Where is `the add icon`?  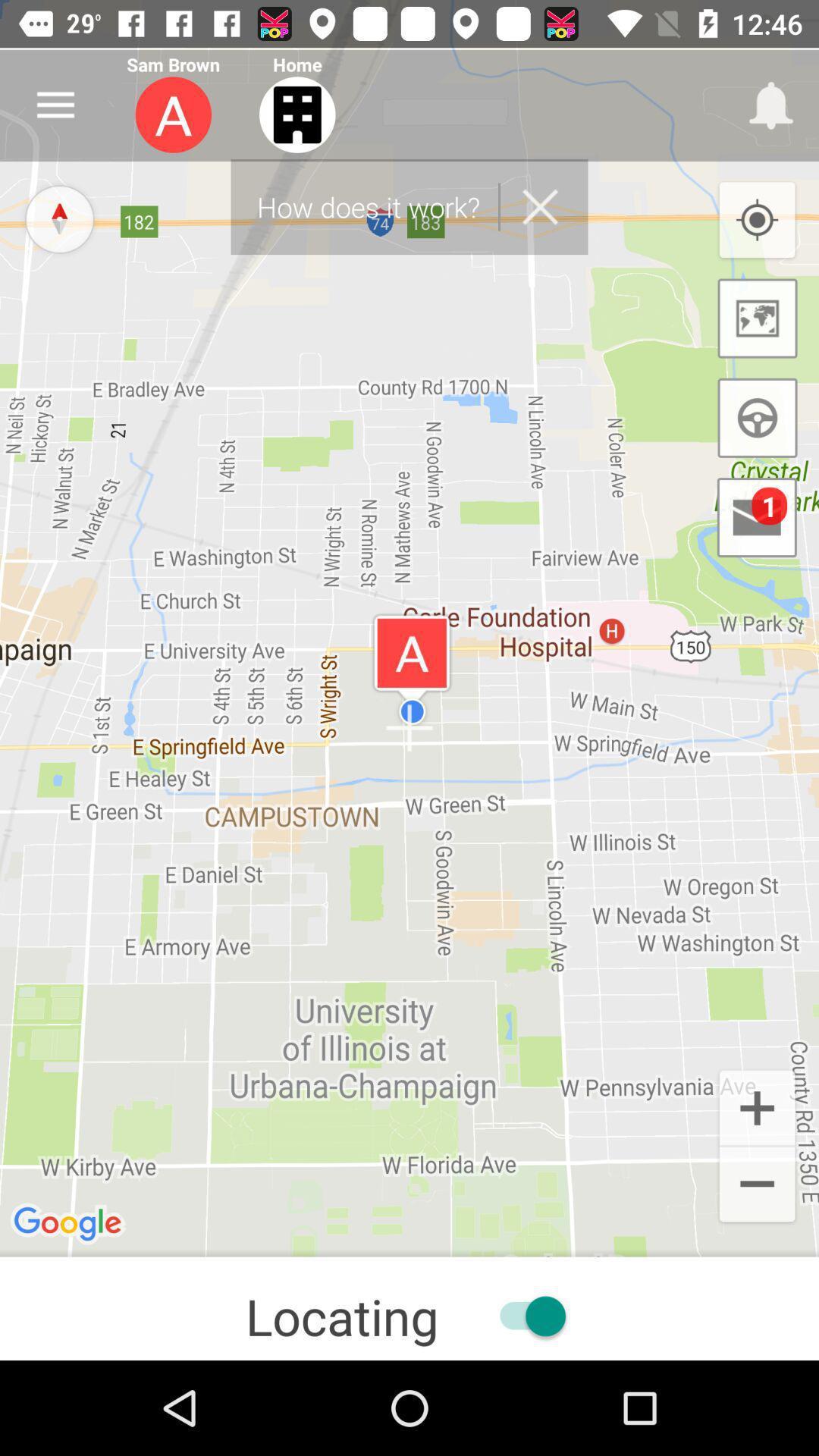
the add icon is located at coordinates (757, 1106).